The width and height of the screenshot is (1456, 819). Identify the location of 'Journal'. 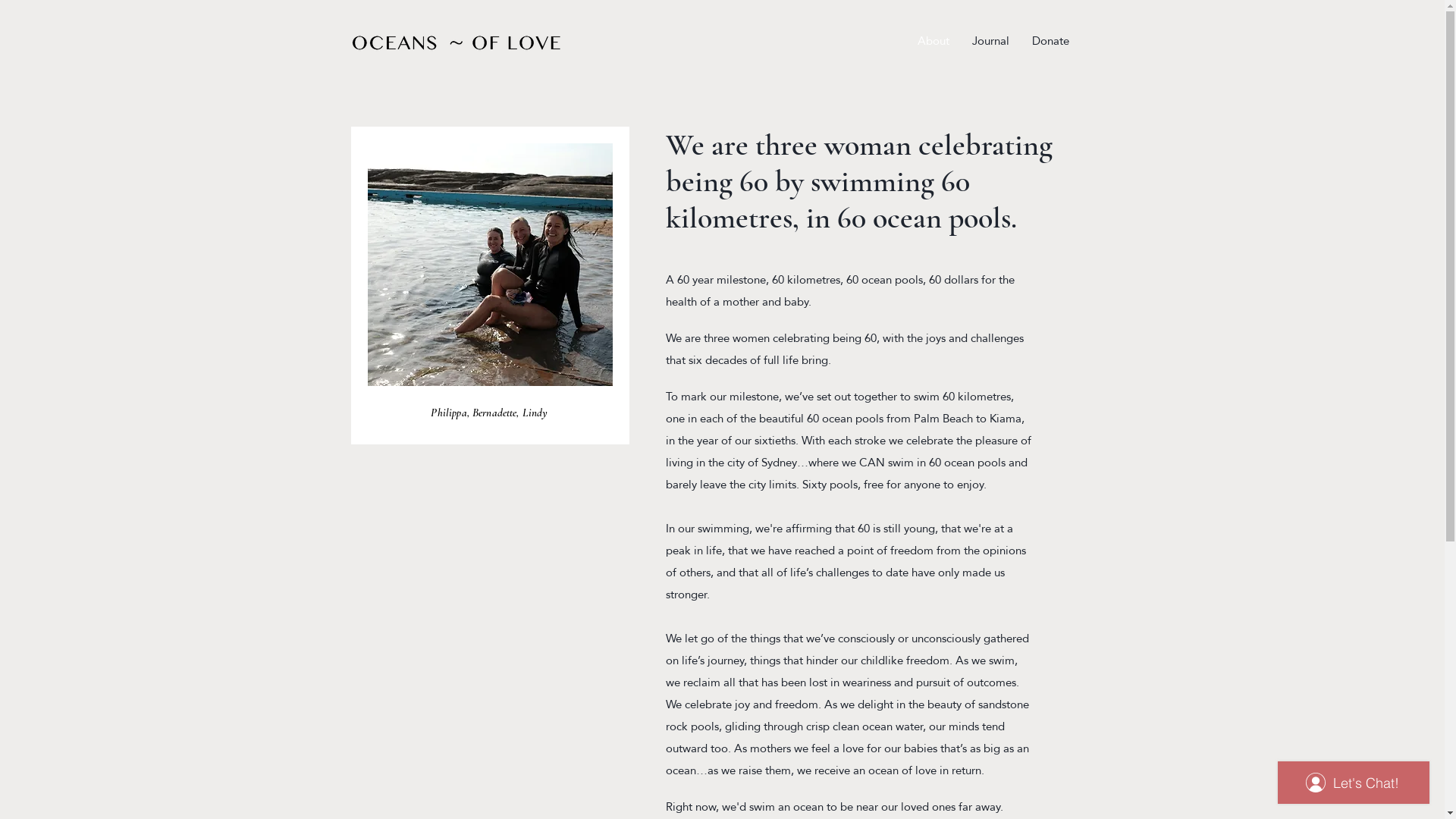
(990, 40).